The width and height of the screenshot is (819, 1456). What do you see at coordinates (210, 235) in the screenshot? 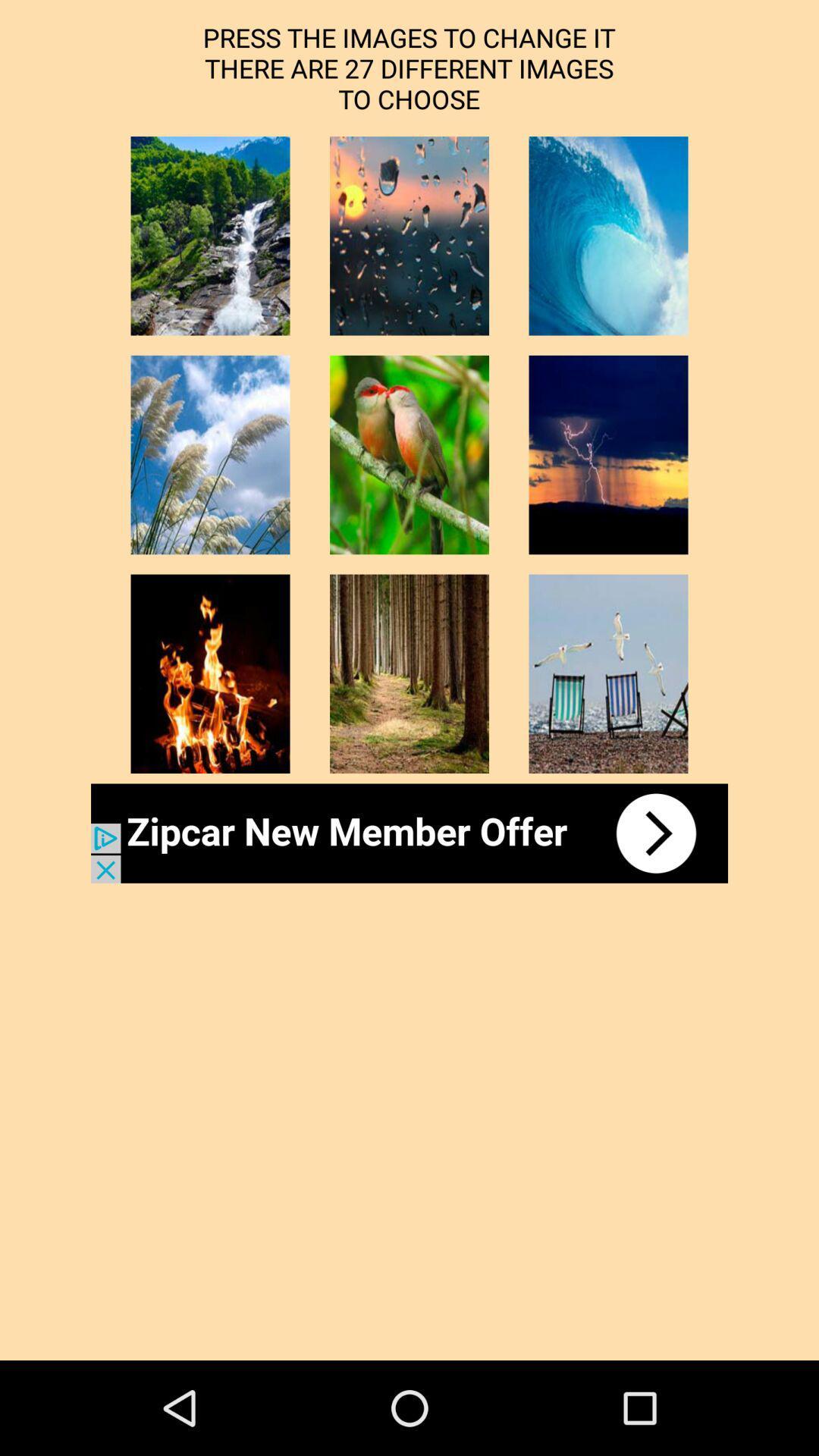
I see `pothagrapy displayer` at bounding box center [210, 235].